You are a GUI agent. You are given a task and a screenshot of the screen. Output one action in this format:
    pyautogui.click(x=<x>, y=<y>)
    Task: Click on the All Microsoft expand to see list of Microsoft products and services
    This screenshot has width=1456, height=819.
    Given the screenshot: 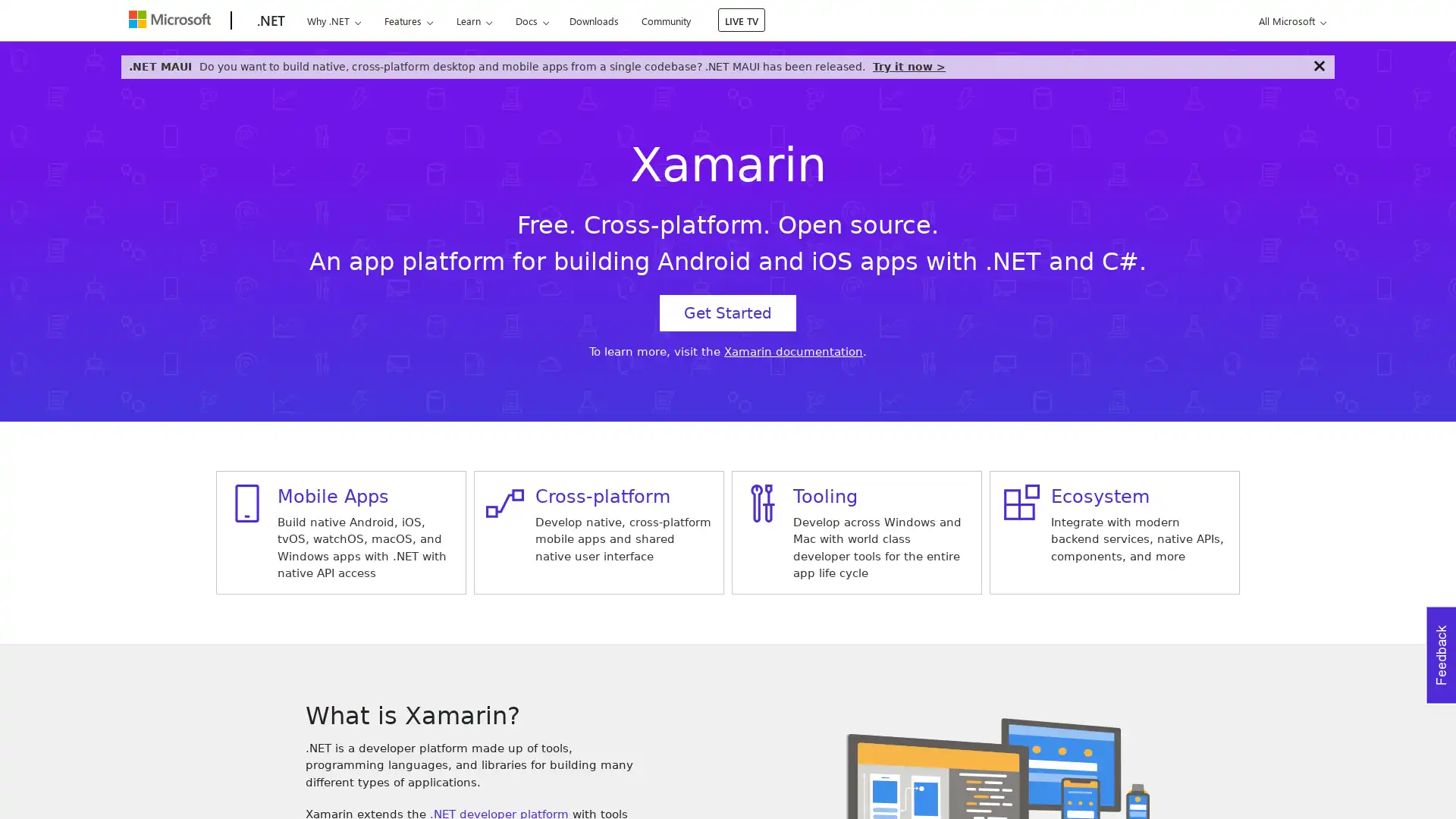 What is the action you would take?
    pyautogui.click(x=1289, y=20)
    